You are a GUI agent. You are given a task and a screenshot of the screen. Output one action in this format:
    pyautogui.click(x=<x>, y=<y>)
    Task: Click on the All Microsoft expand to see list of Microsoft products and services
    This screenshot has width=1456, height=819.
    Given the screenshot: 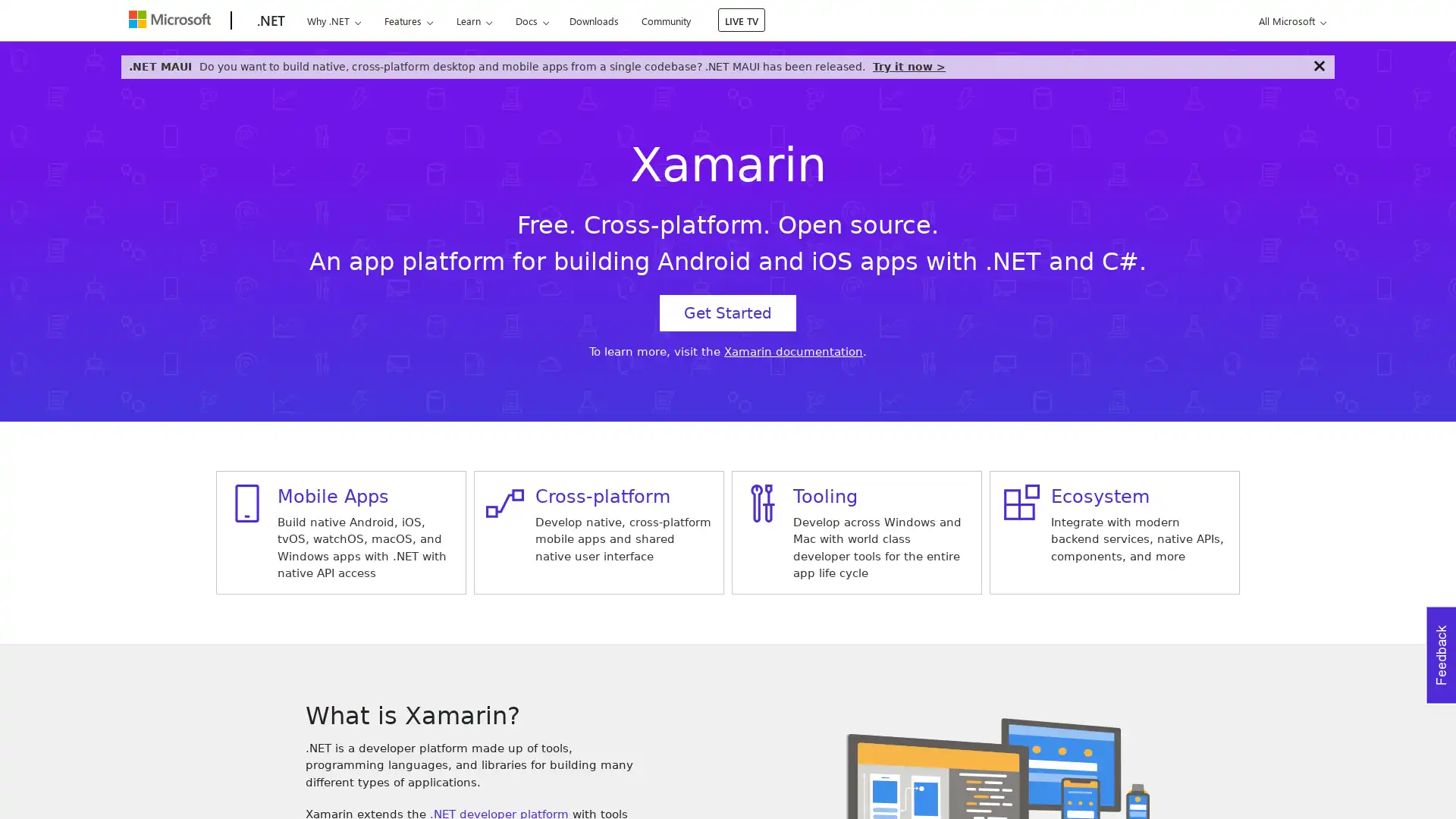 What is the action you would take?
    pyautogui.click(x=1289, y=20)
    